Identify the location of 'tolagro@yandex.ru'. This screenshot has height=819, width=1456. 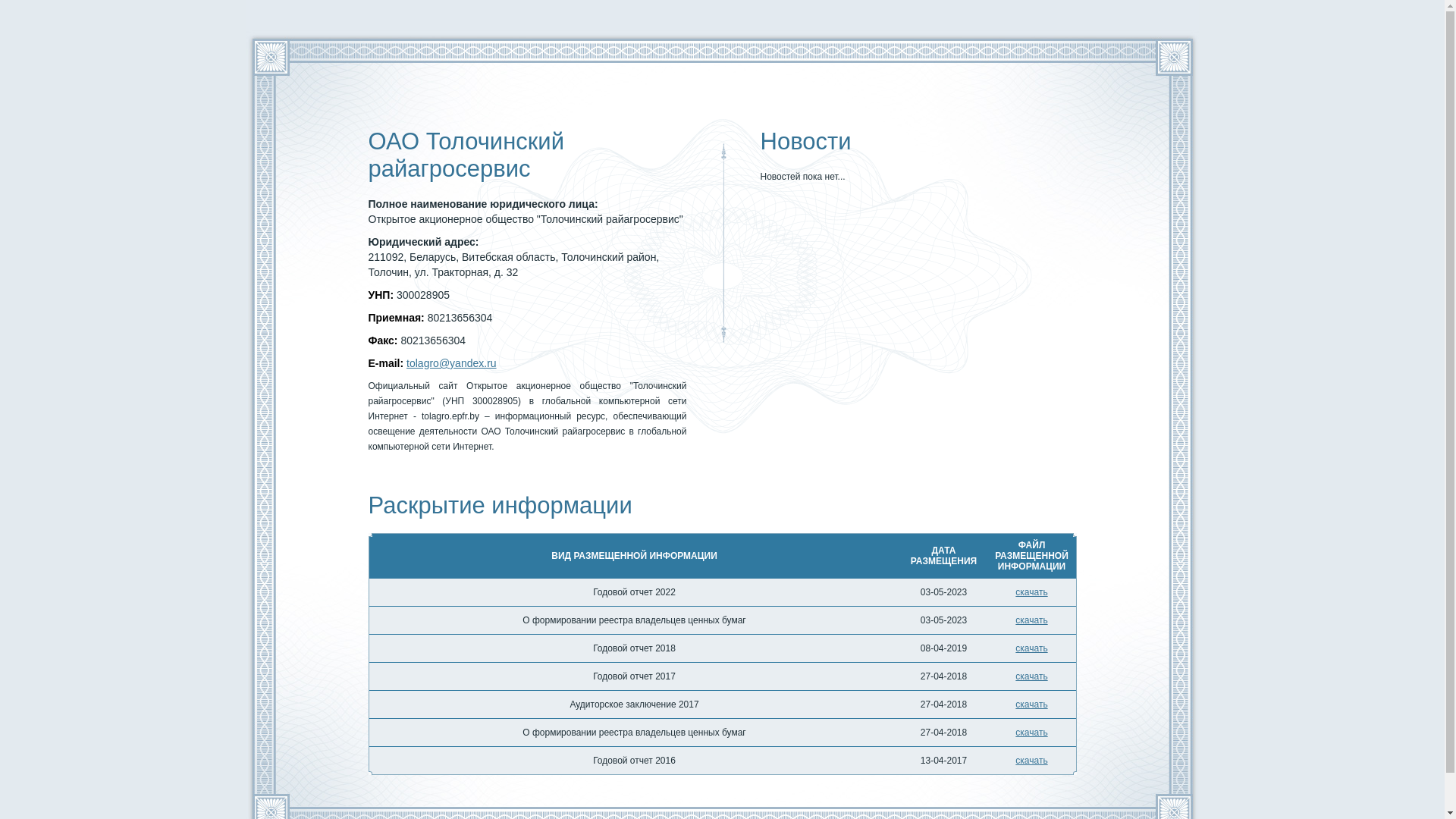
(450, 362).